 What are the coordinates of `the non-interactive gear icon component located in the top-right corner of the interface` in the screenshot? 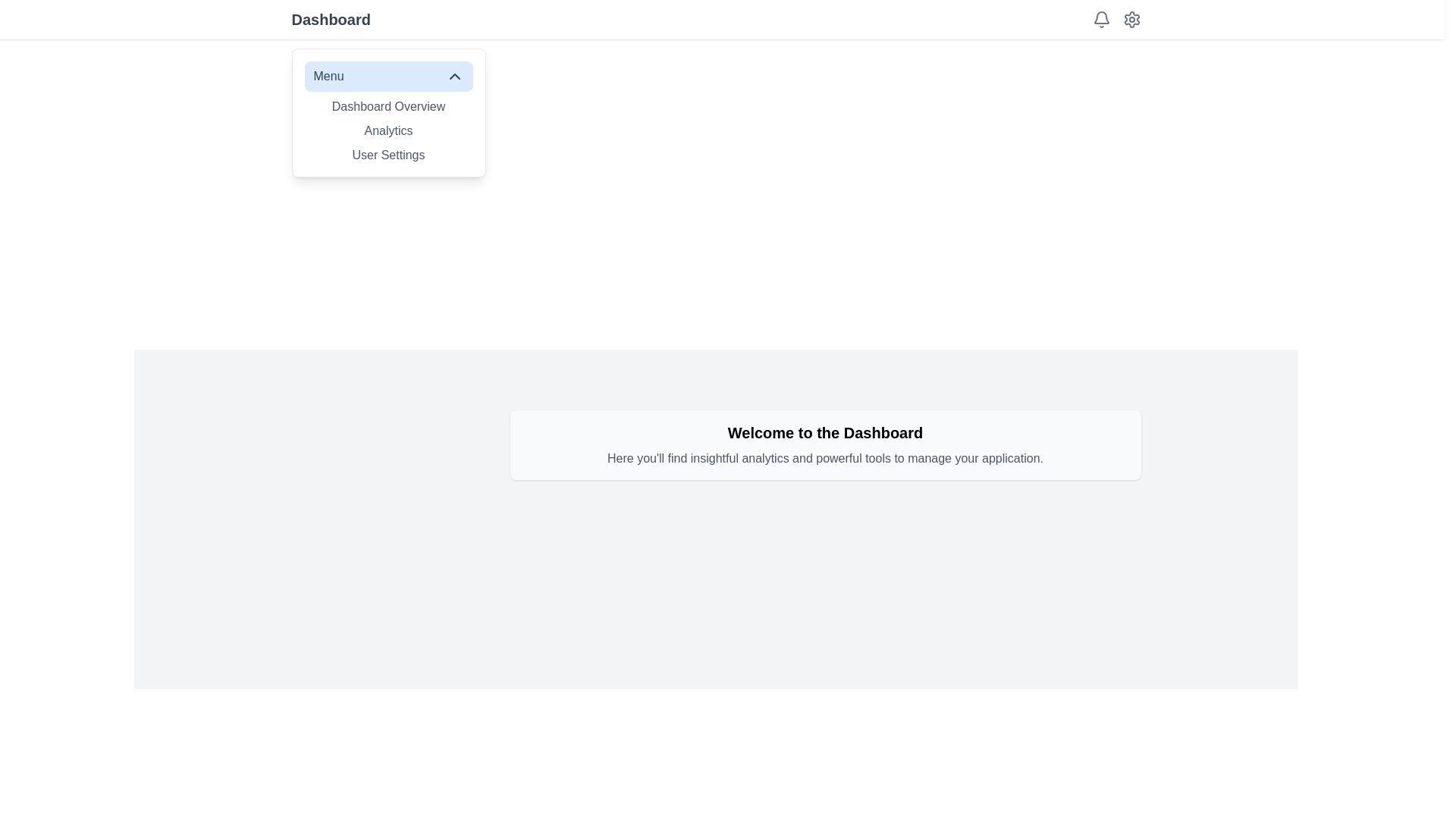 It's located at (1131, 20).